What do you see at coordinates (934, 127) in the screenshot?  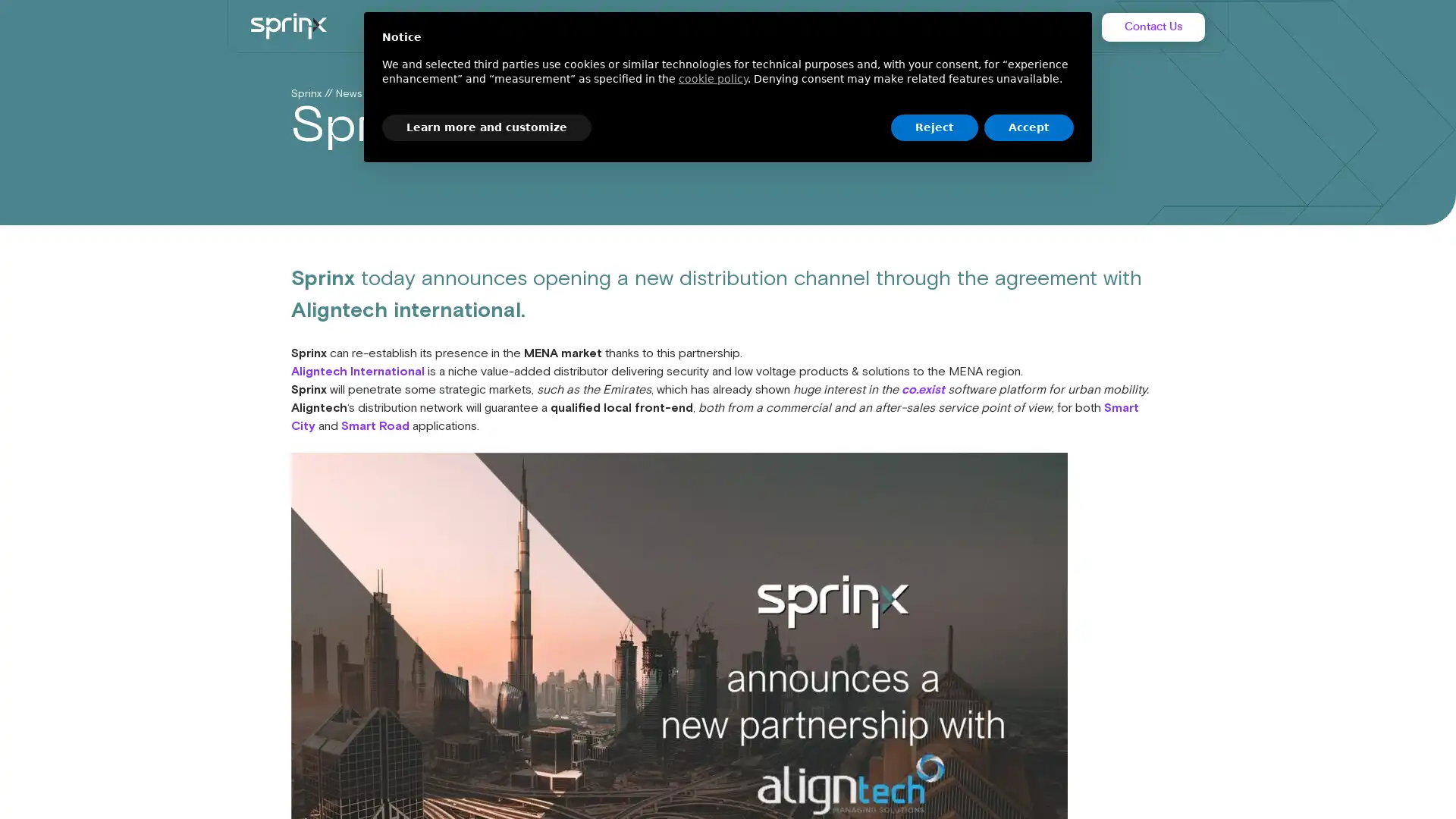 I see `Reject` at bounding box center [934, 127].